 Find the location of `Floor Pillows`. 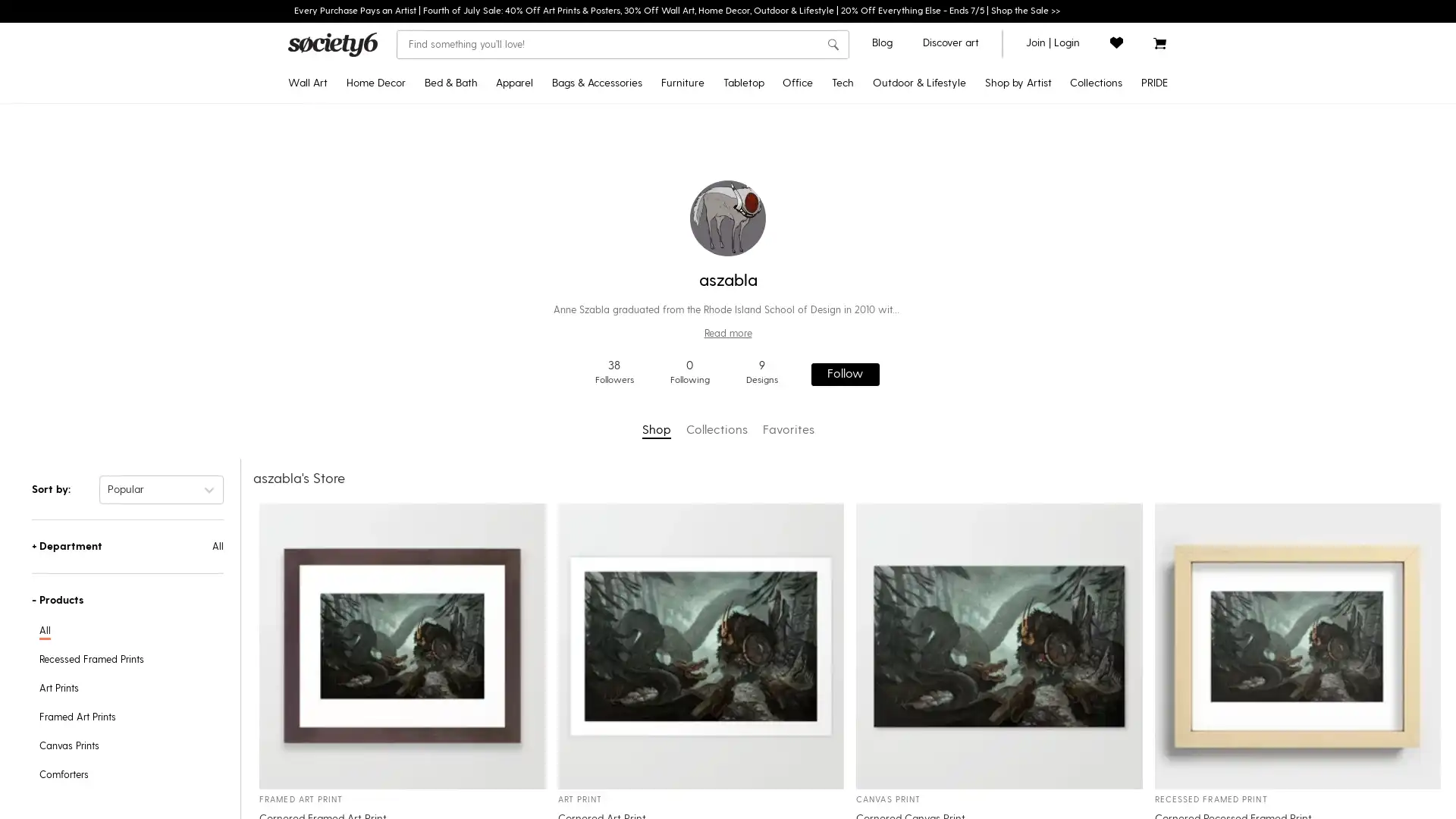

Floor Pillows is located at coordinates (404, 194).